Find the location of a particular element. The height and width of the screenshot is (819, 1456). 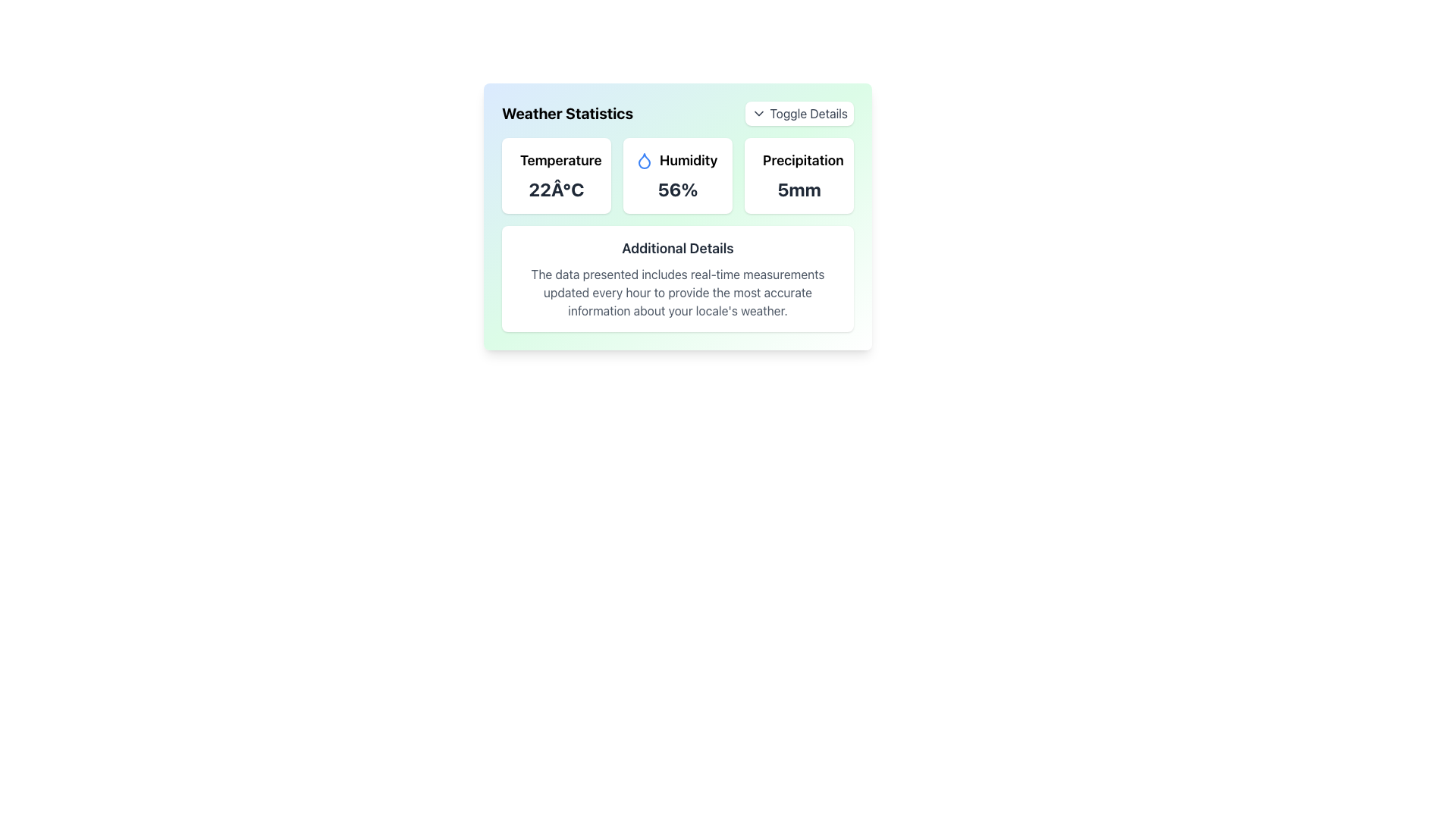

the 'Precipitation' text element with a rain cloud icon, located in the weather statistics section of the UI is located at coordinates (799, 161).